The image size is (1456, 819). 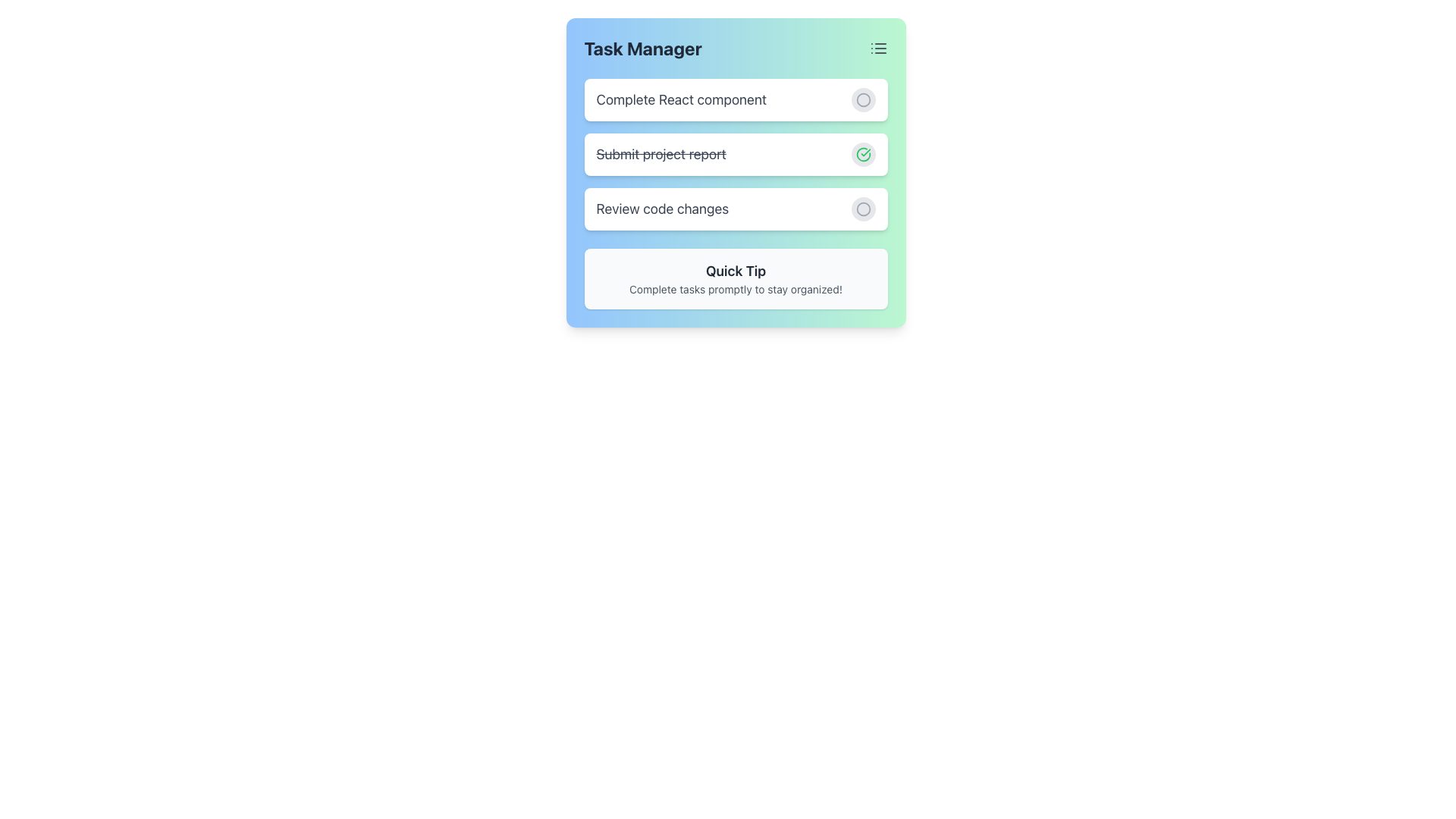 I want to click on the task cards in the Task List located in the 'Task Manager' section to possibly reveal additional information, so click(x=736, y=155).